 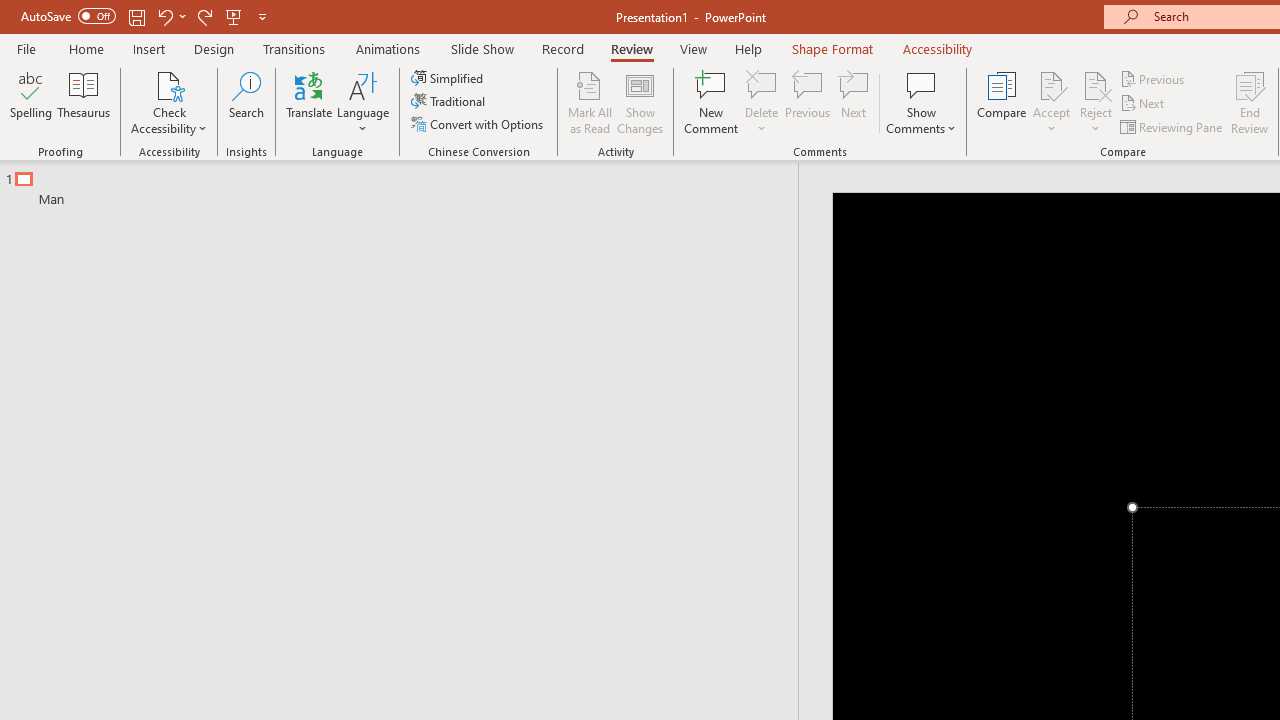 I want to click on 'Accept Change', so click(x=1050, y=84).